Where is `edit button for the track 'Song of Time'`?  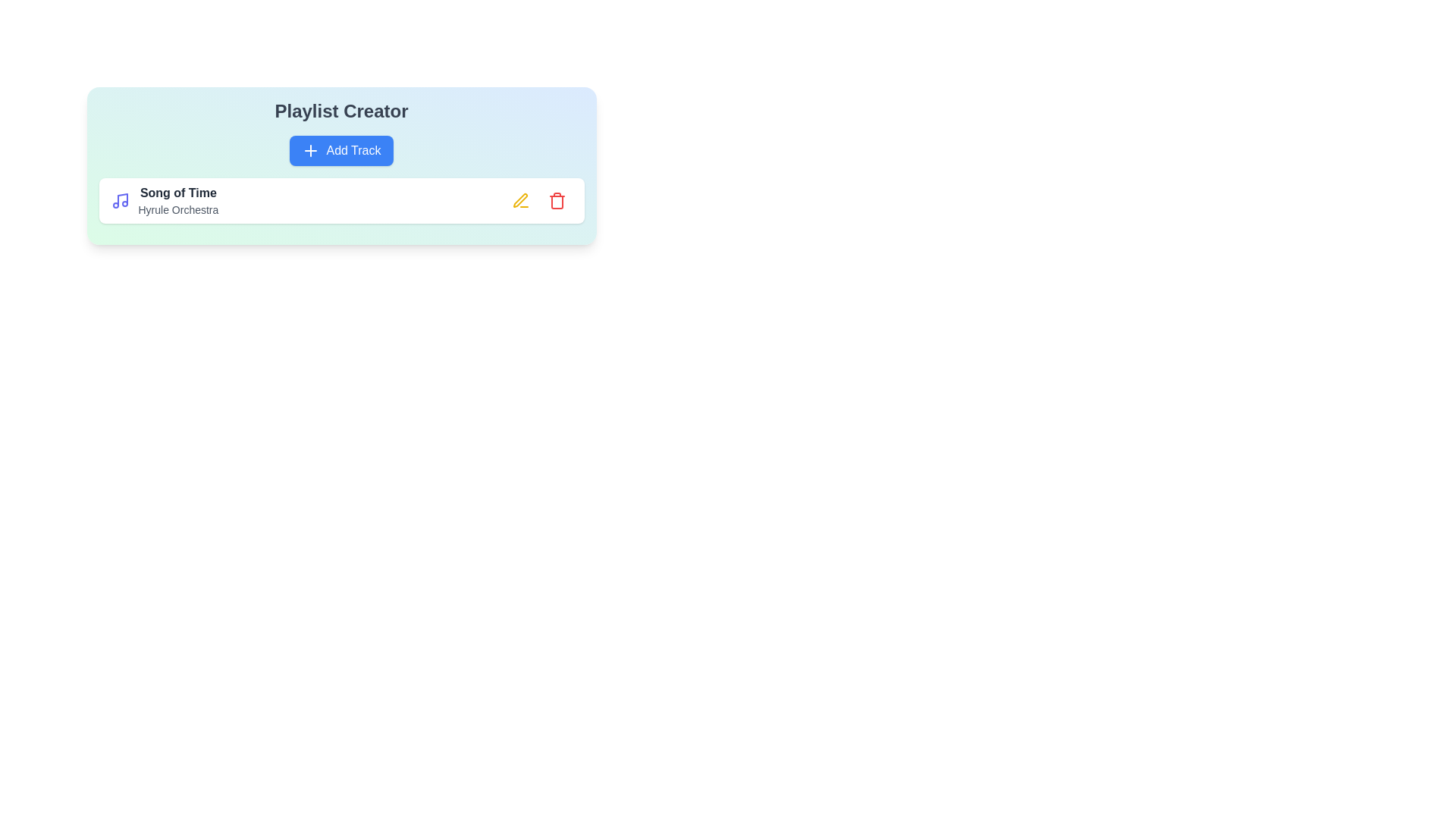 edit button for the track 'Song of Time' is located at coordinates (520, 200).